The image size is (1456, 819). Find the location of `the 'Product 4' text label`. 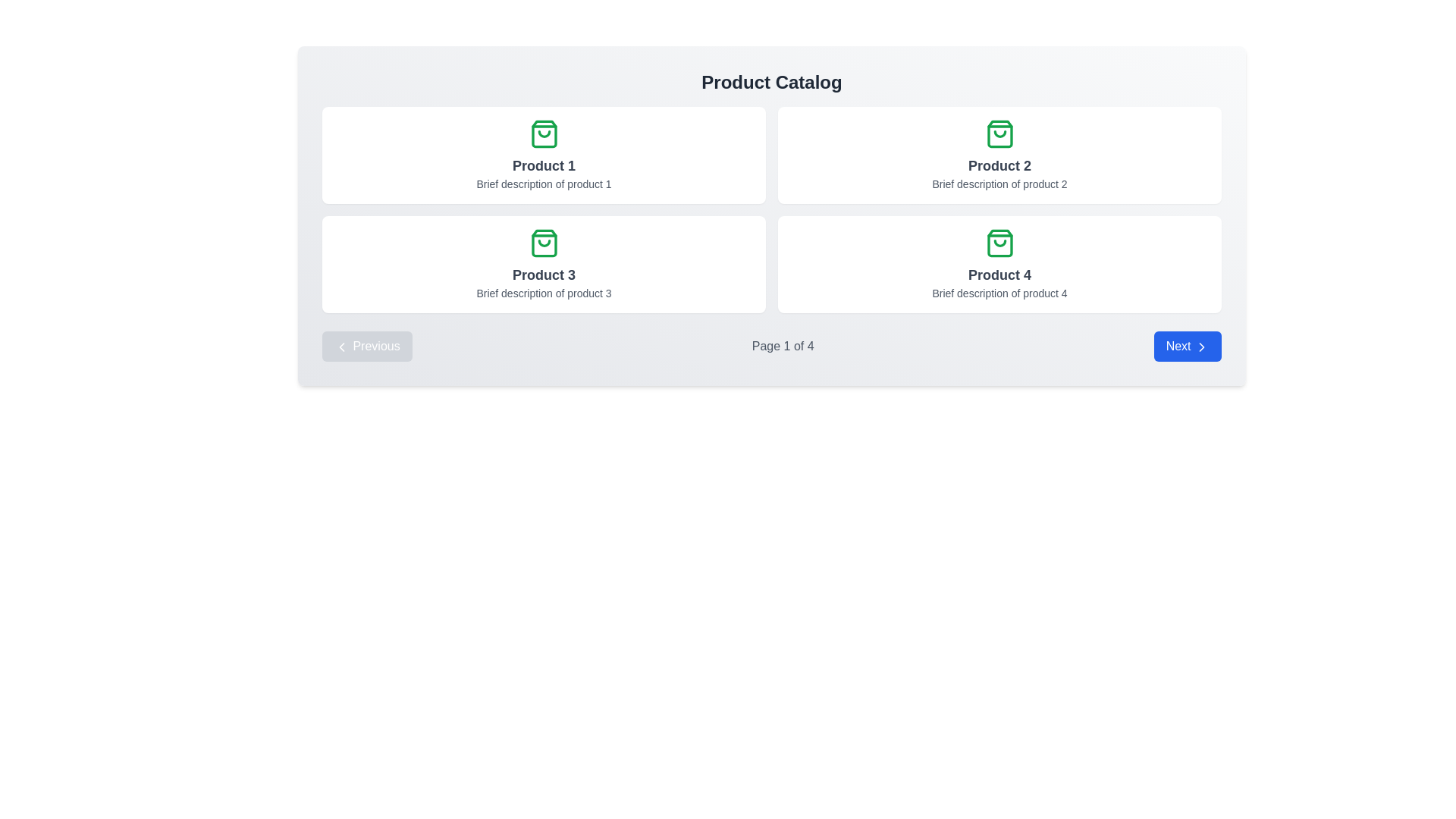

the 'Product 4' text label is located at coordinates (999, 275).